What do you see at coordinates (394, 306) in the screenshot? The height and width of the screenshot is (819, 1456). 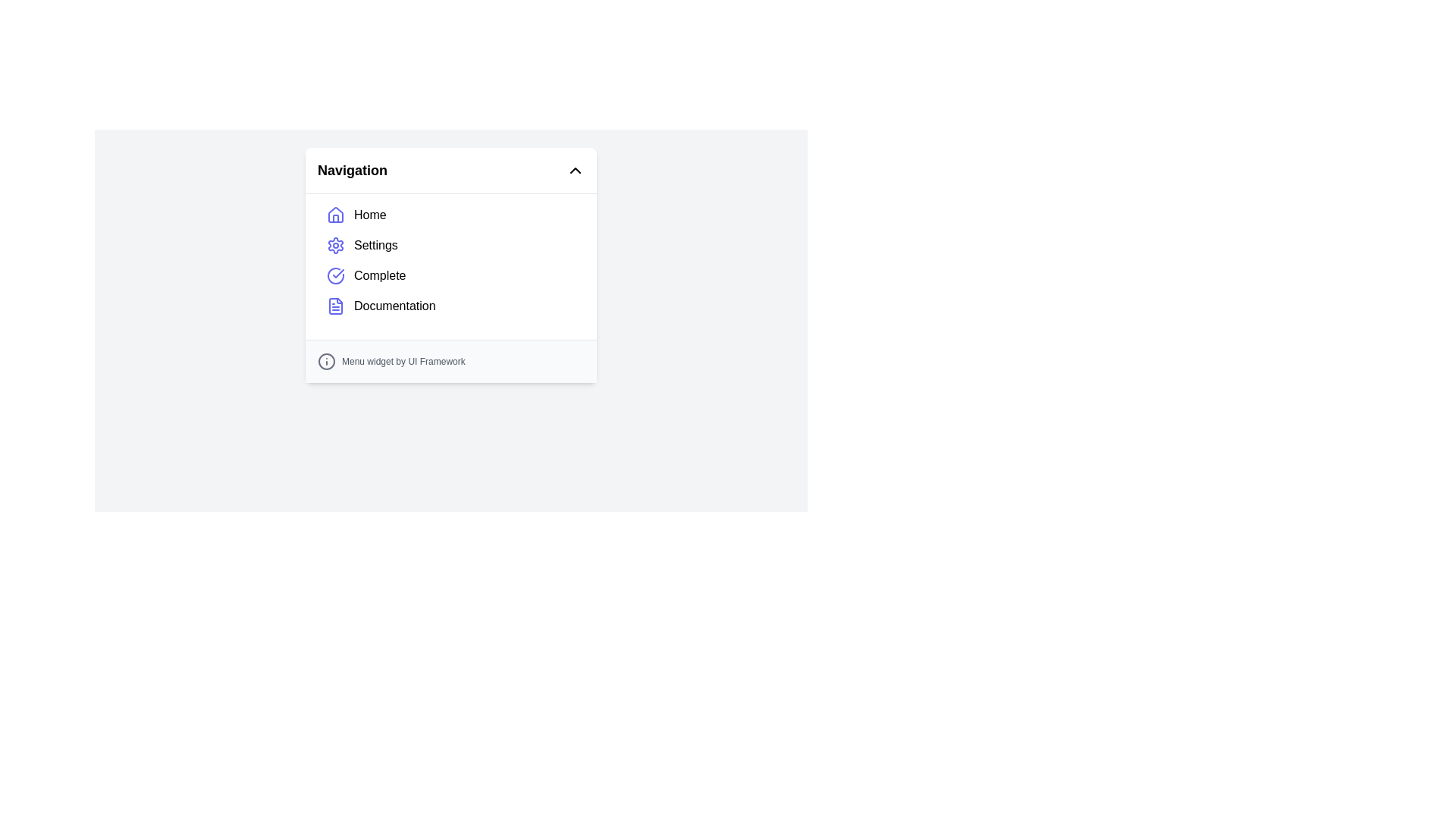 I see `the 'Documentation' text label in the vertical menu list` at bounding box center [394, 306].